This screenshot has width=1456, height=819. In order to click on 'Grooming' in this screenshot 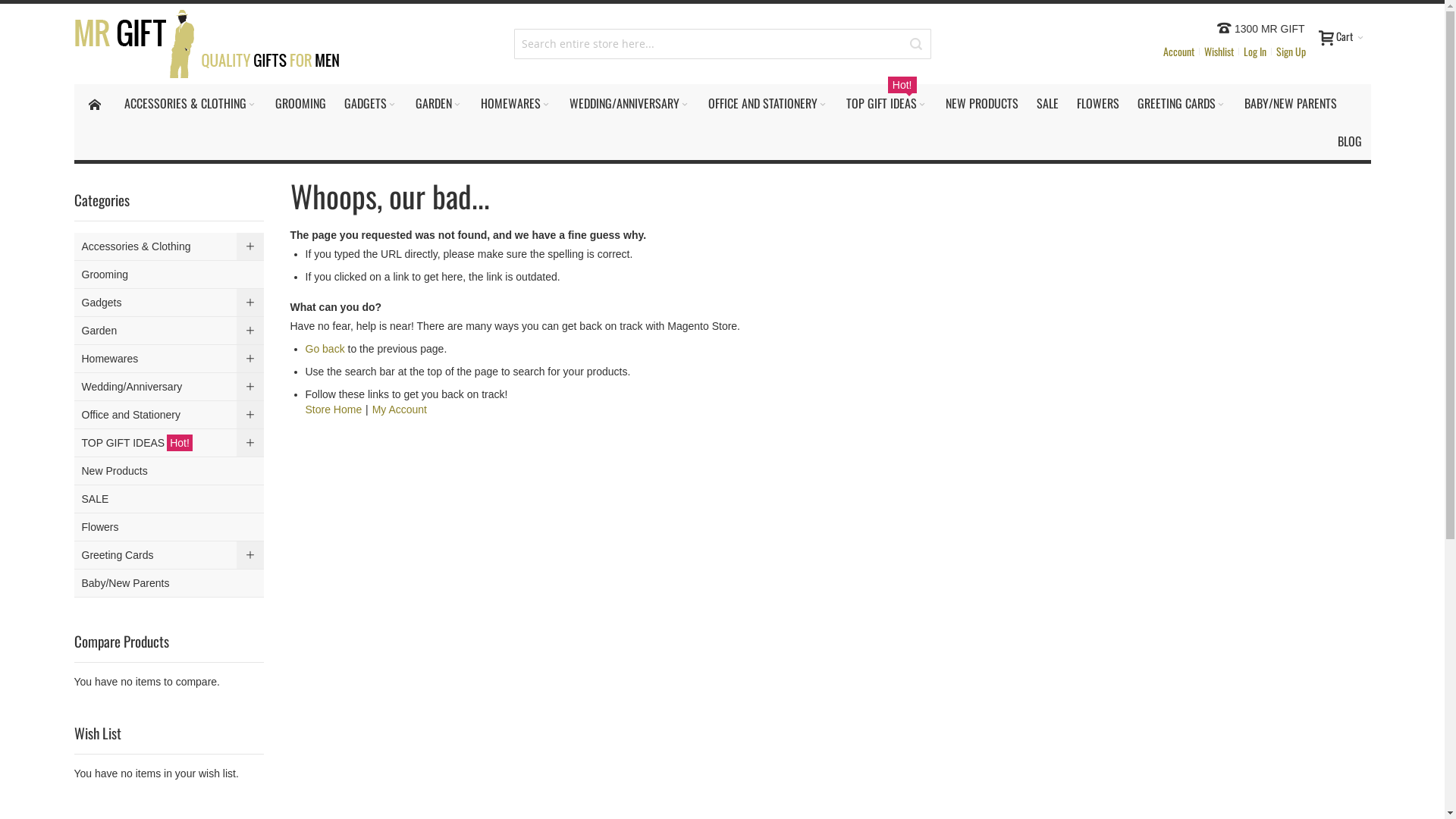, I will do `click(73, 275)`.